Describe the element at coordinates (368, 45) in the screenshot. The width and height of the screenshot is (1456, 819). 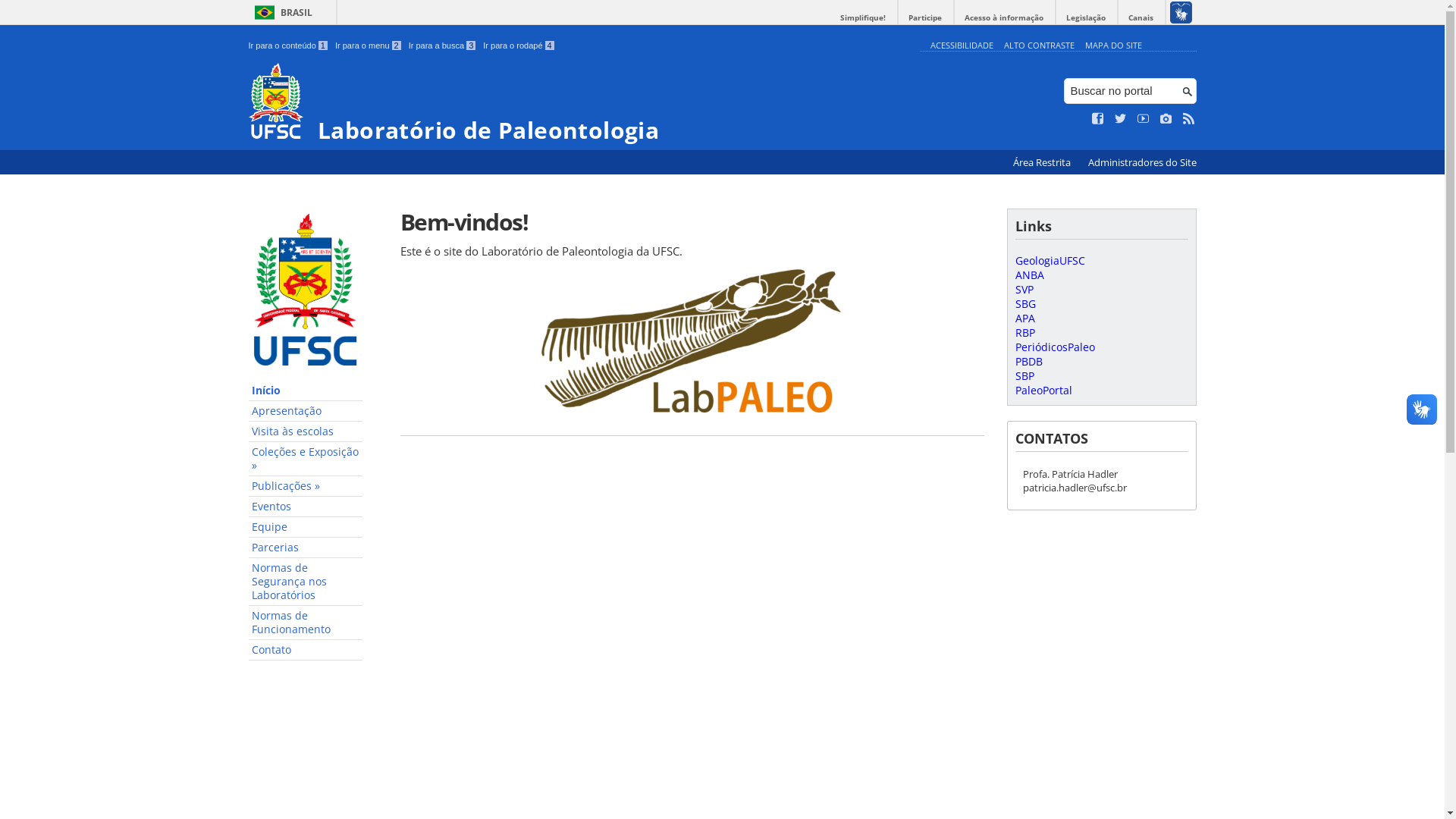
I see `'Ir para o menu 2'` at that location.